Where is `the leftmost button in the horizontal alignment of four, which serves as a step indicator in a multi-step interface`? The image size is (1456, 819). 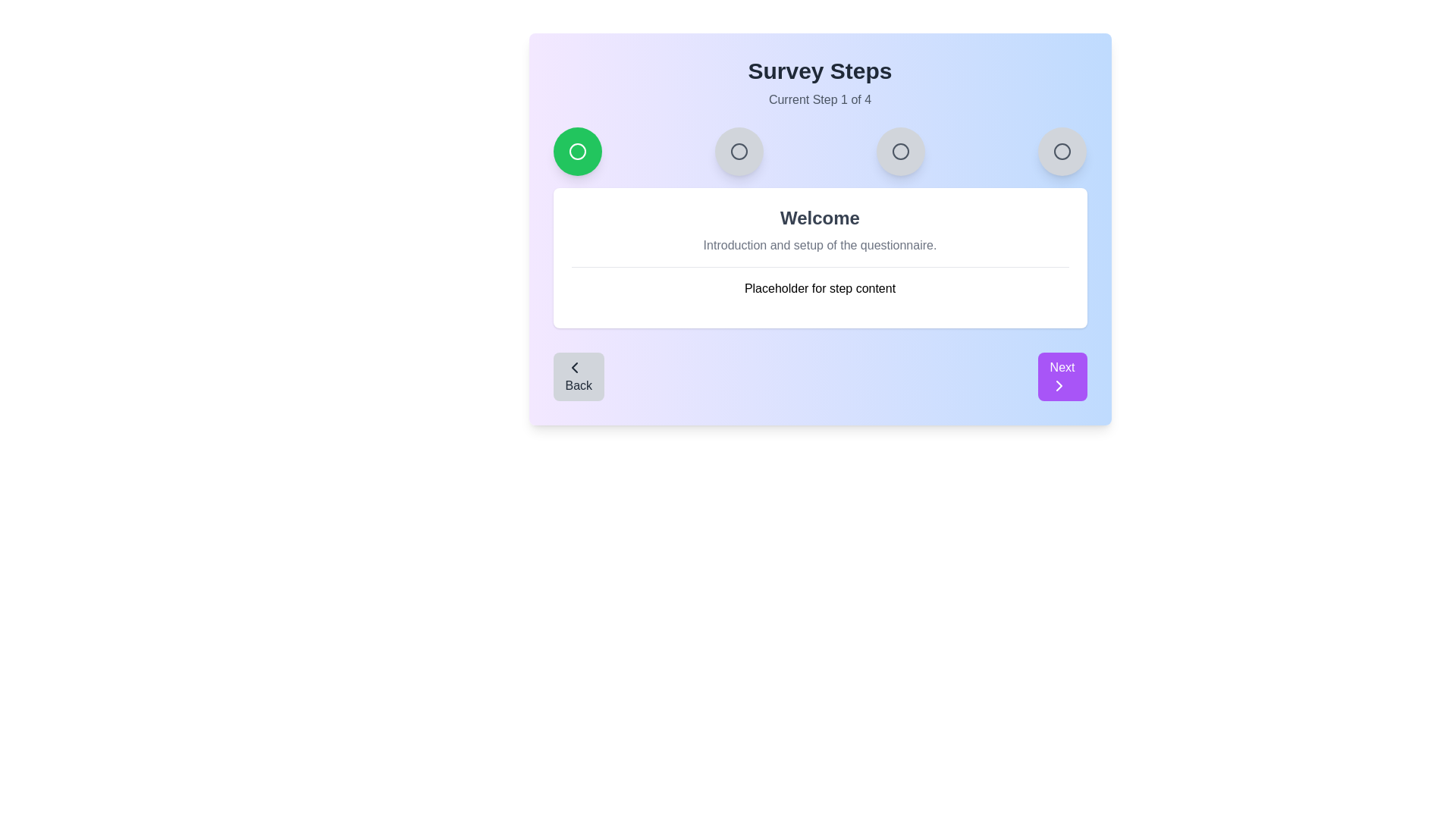
the leftmost button in the horizontal alignment of four, which serves as a step indicator in a multi-step interface is located at coordinates (576, 152).